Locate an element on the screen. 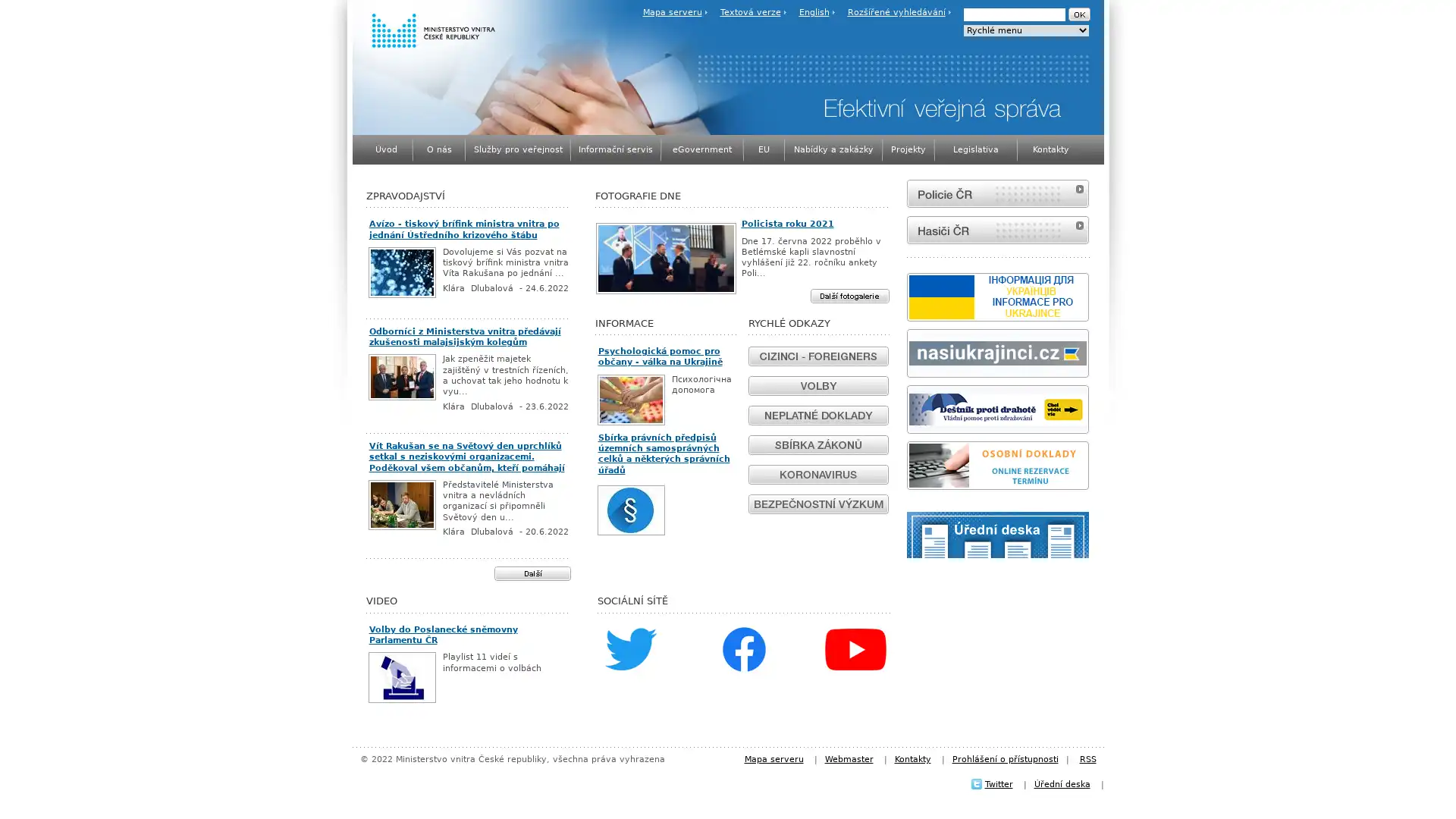 Image resolution: width=1456 pixels, height=819 pixels. ok is located at coordinates (1078, 14).